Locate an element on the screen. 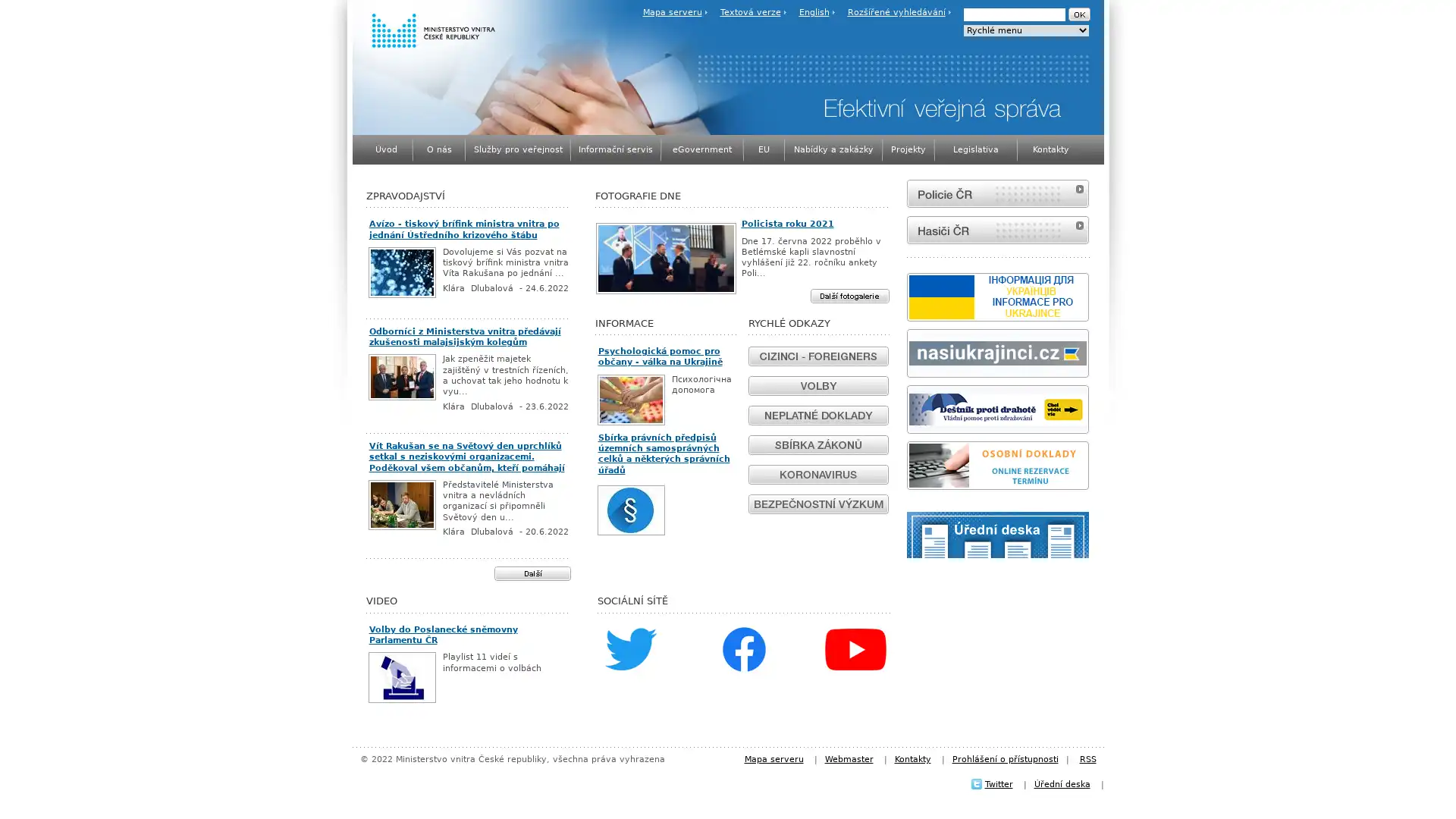 Image resolution: width=1456 pixels, height=819 pixels. ok is located at coordinates (1078, 14).